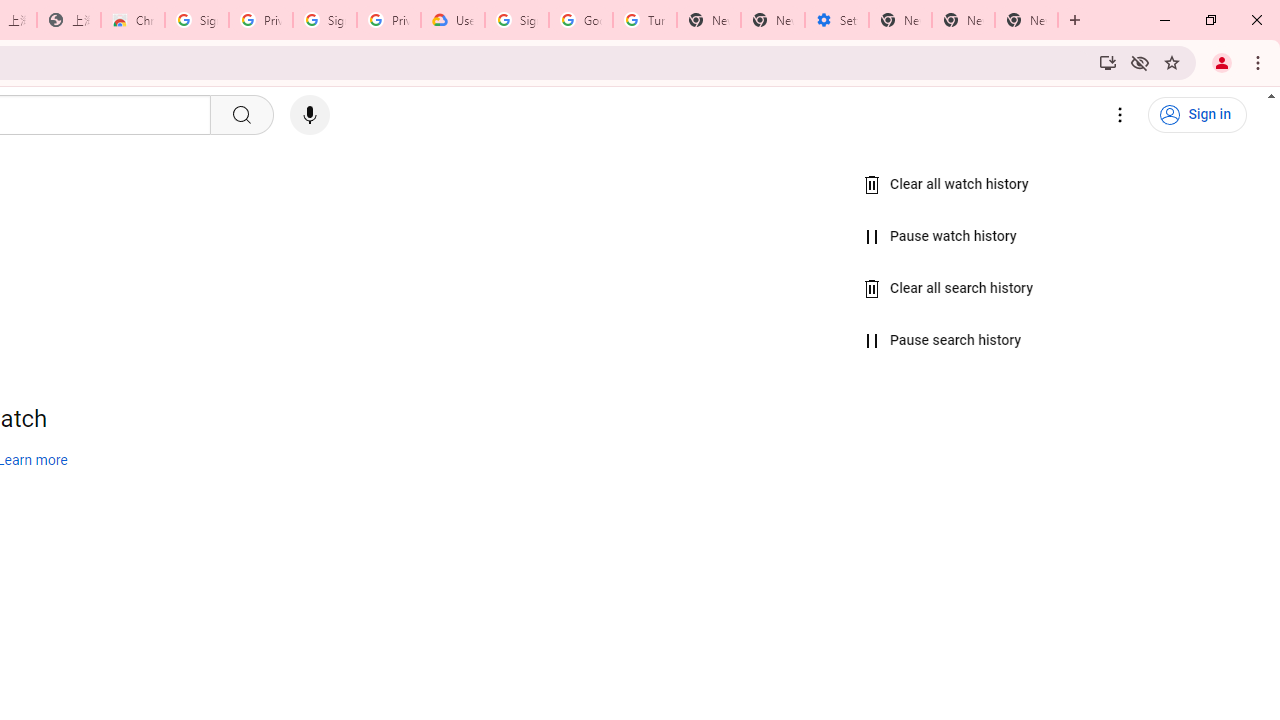  I want to click on 'Turn cookies on or off - Computer - Google Account Help', so click(645, 20).